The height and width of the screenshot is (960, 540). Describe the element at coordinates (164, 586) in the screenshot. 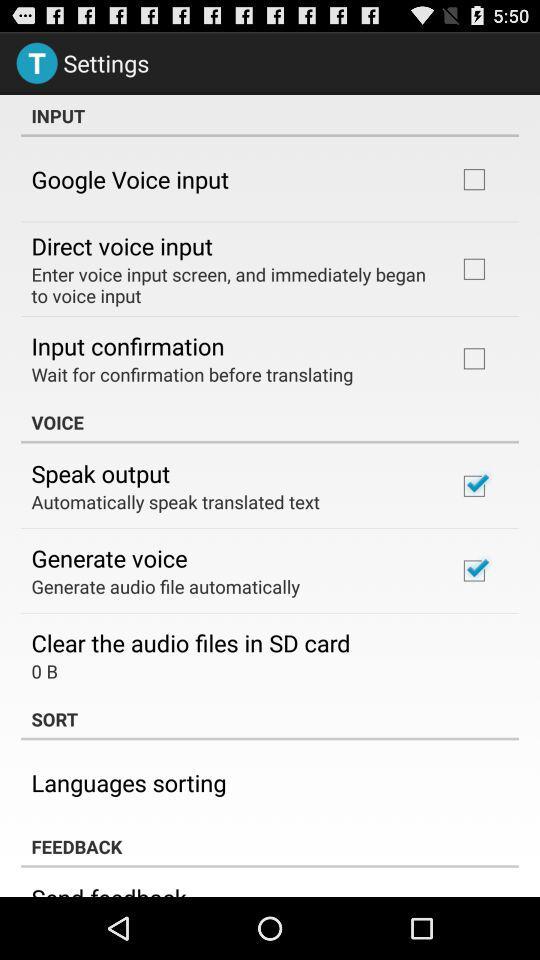

I see `the icon below generate voice icon` at that location.